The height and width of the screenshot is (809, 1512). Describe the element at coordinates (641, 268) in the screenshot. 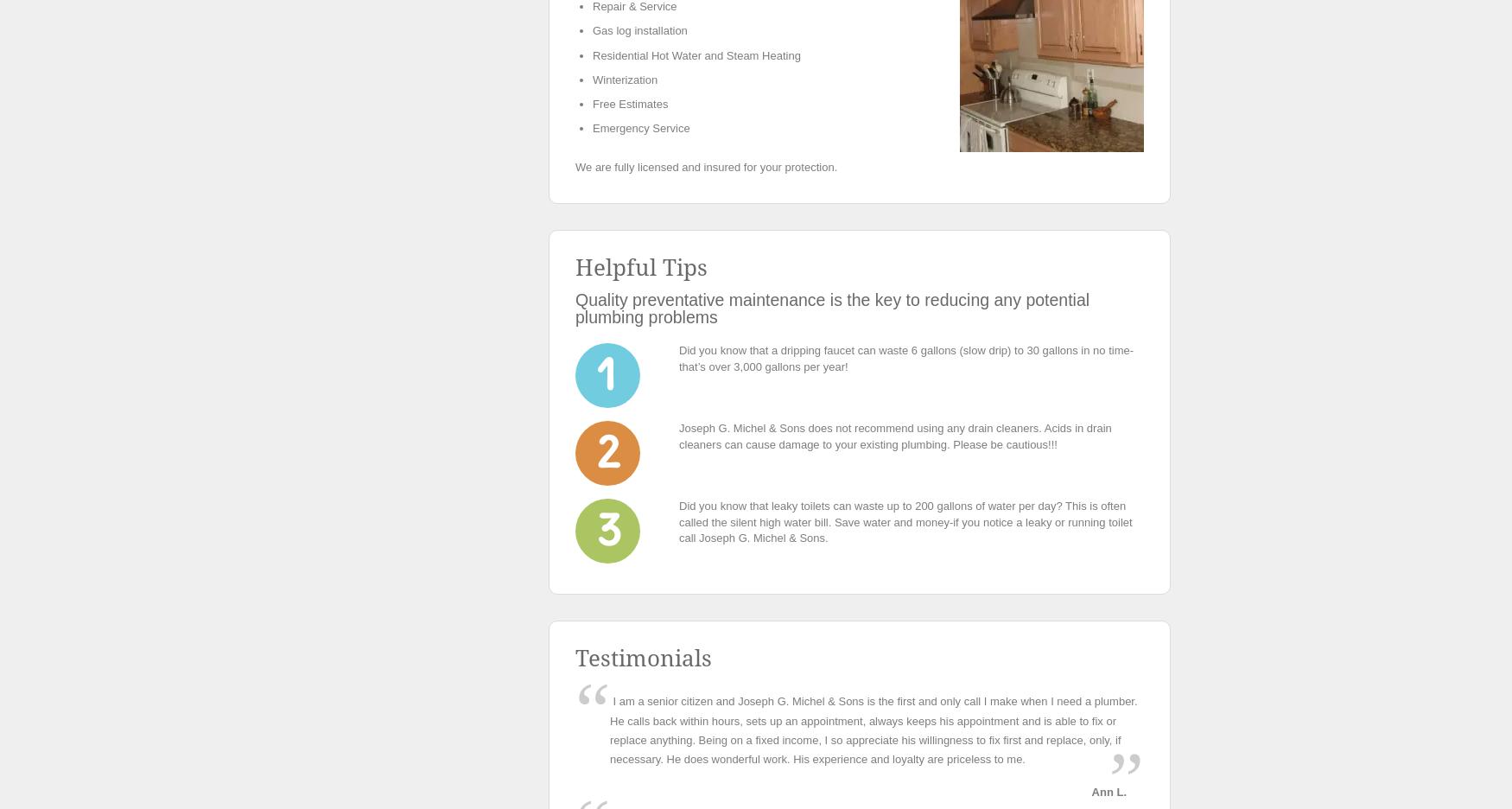

I see `'Helpful Tips'` at that location.